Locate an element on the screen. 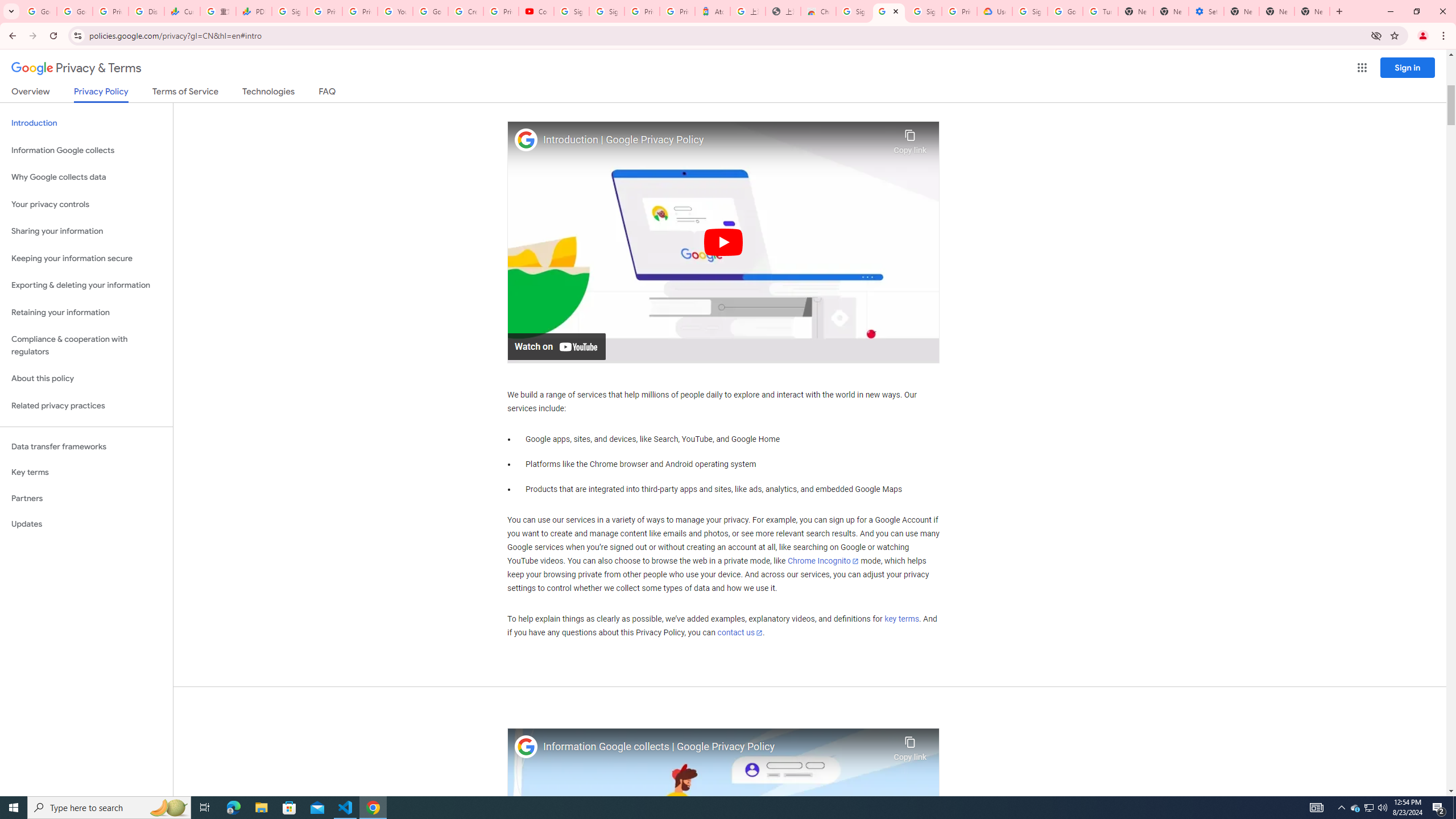 The image size is (1456, 819). 'Terms of Service' is located at coordinates (185, 93).